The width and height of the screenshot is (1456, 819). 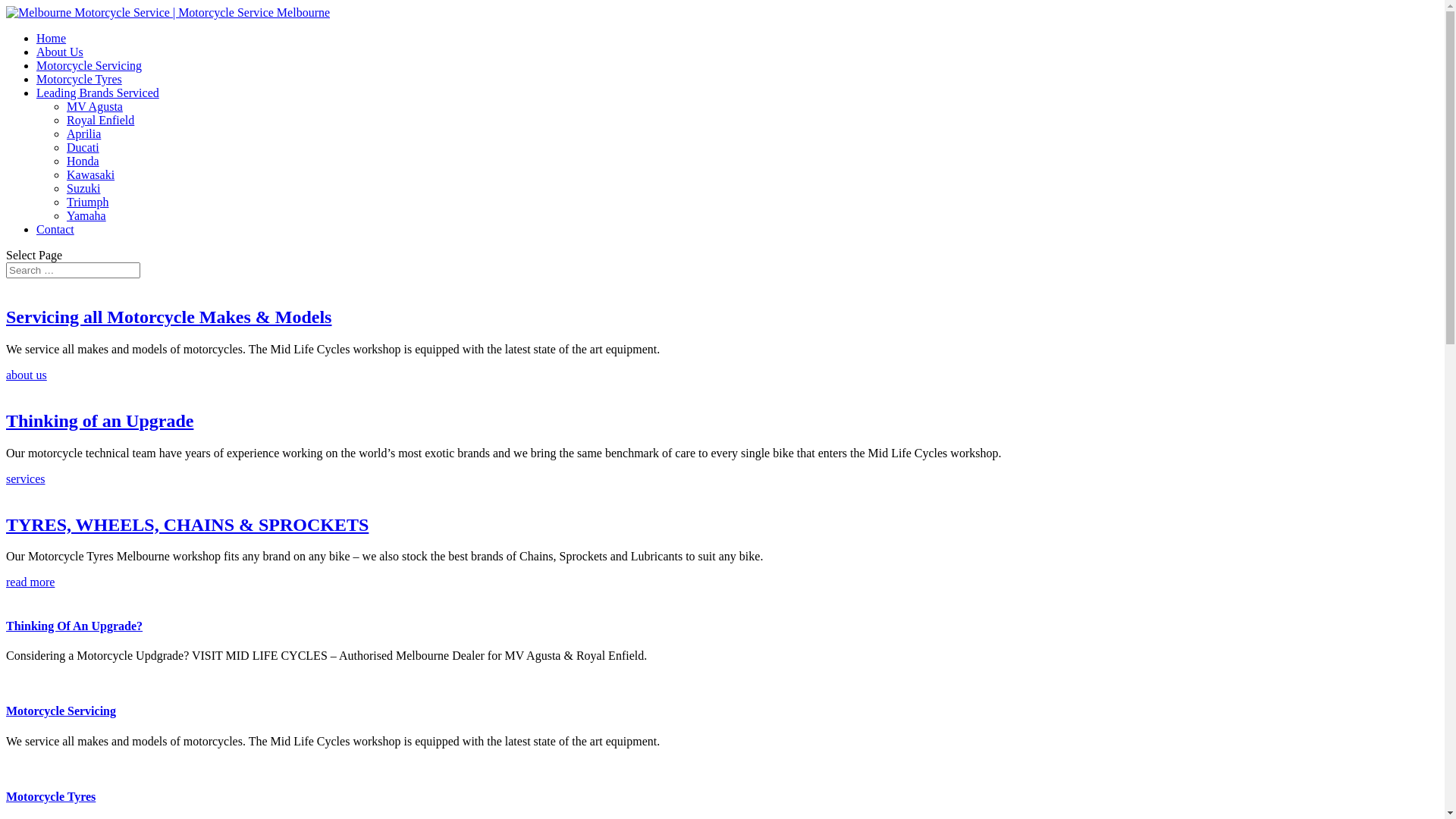 I want to click on 'Thinking of an Upgrade', so click(x=99, y=421).